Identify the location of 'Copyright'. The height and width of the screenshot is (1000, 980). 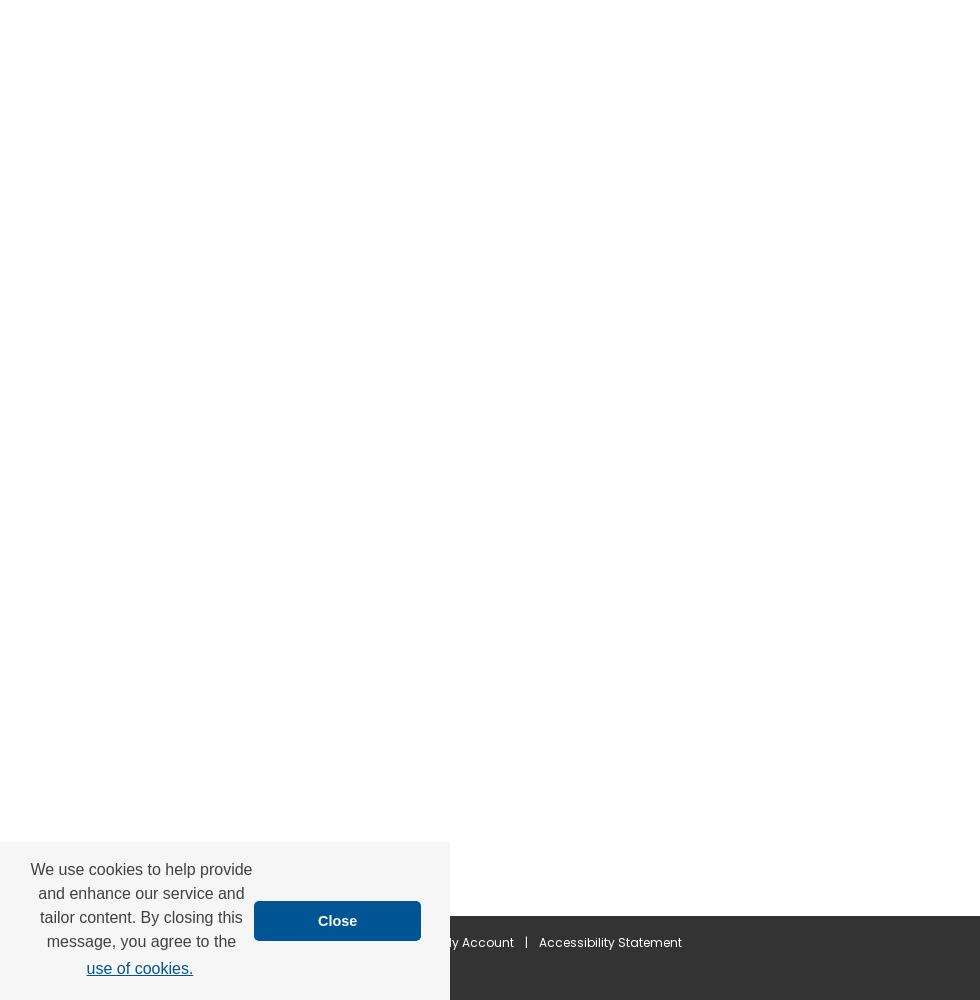
(354, 966).